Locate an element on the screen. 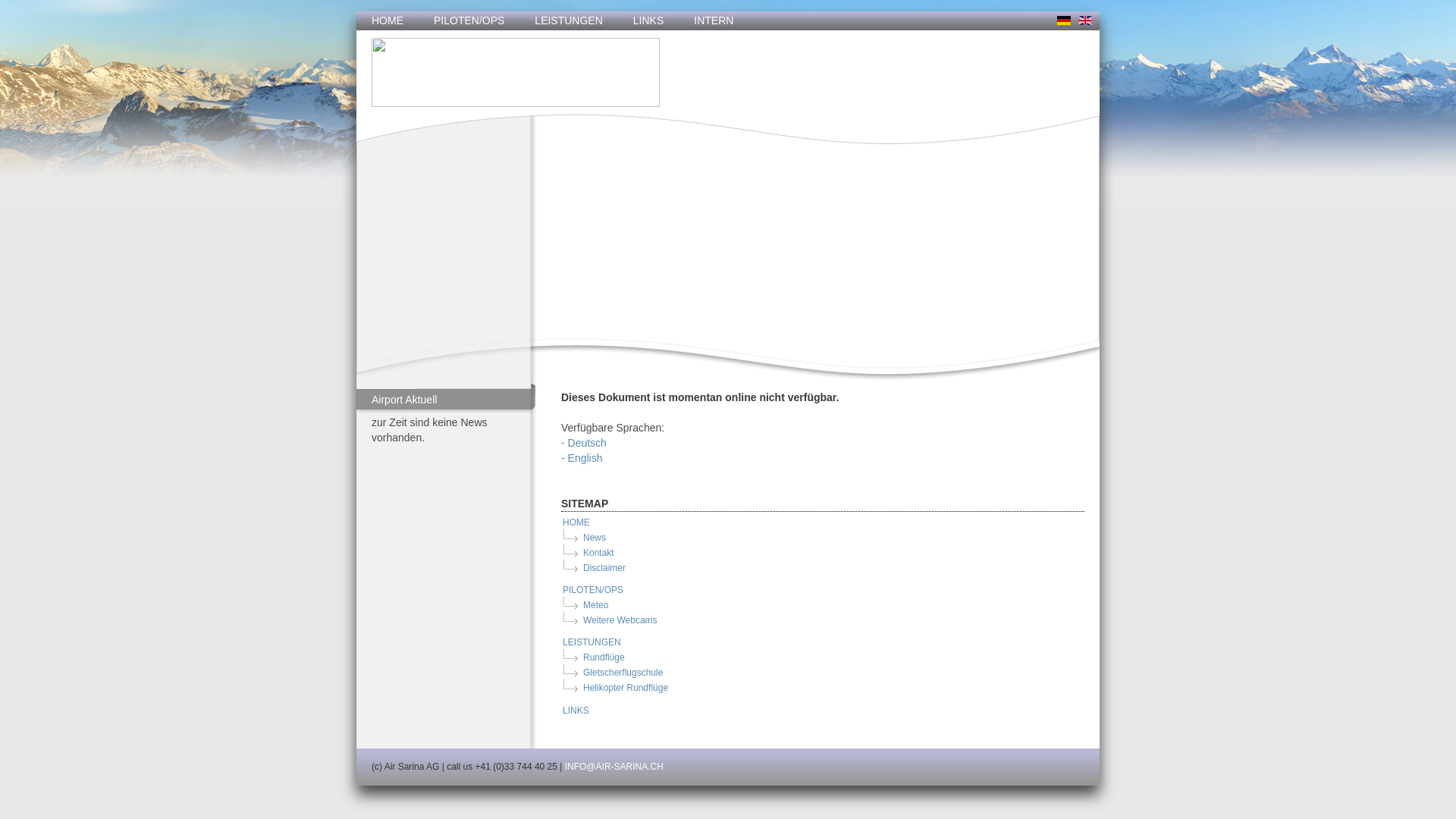 The image size is (1456, 819). 'englisch' is located at coordinates (1084, 20).